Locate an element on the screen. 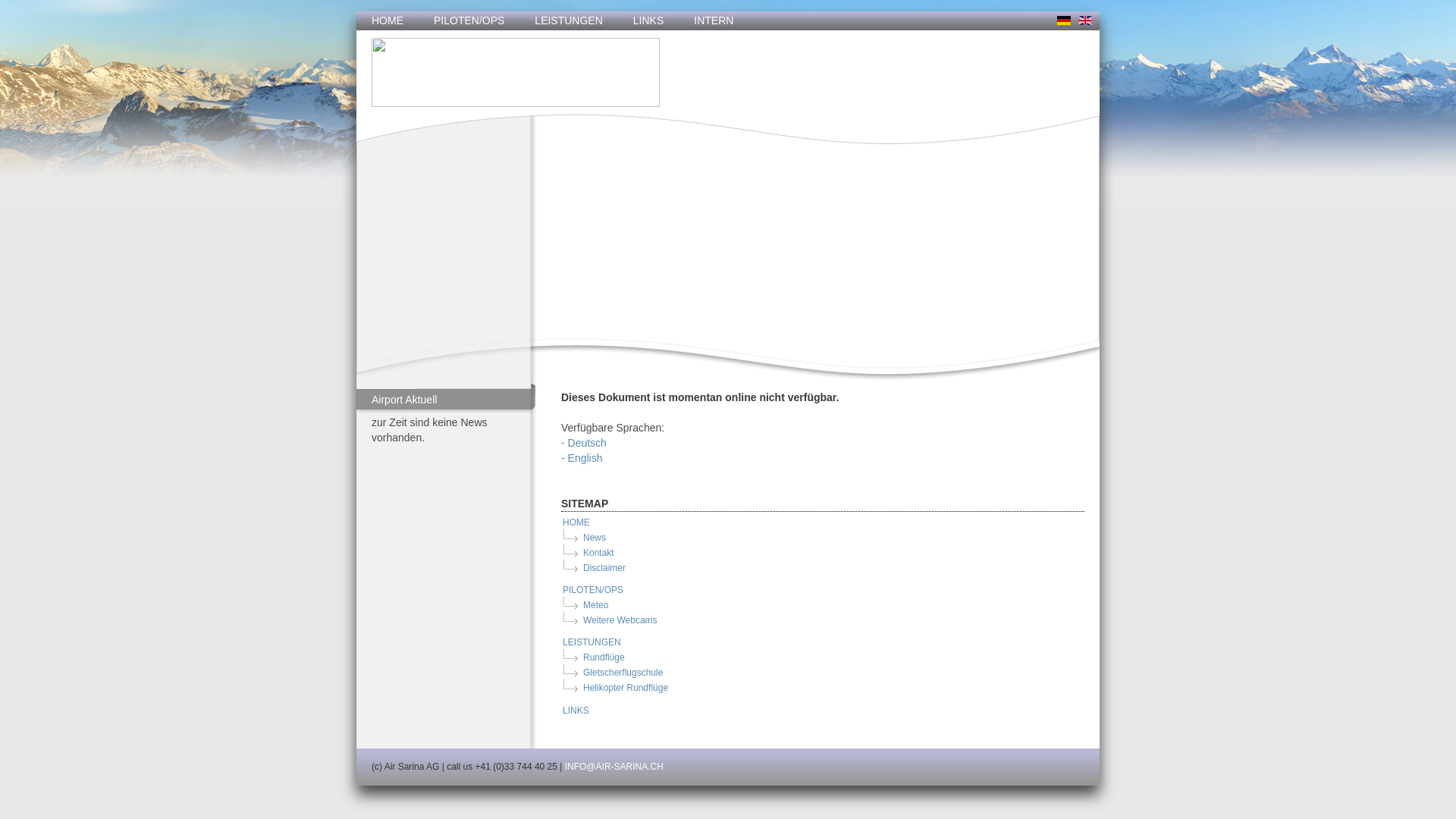 The image size is (1456, 819). 'englisch' is located at coordinates (1084, 20).